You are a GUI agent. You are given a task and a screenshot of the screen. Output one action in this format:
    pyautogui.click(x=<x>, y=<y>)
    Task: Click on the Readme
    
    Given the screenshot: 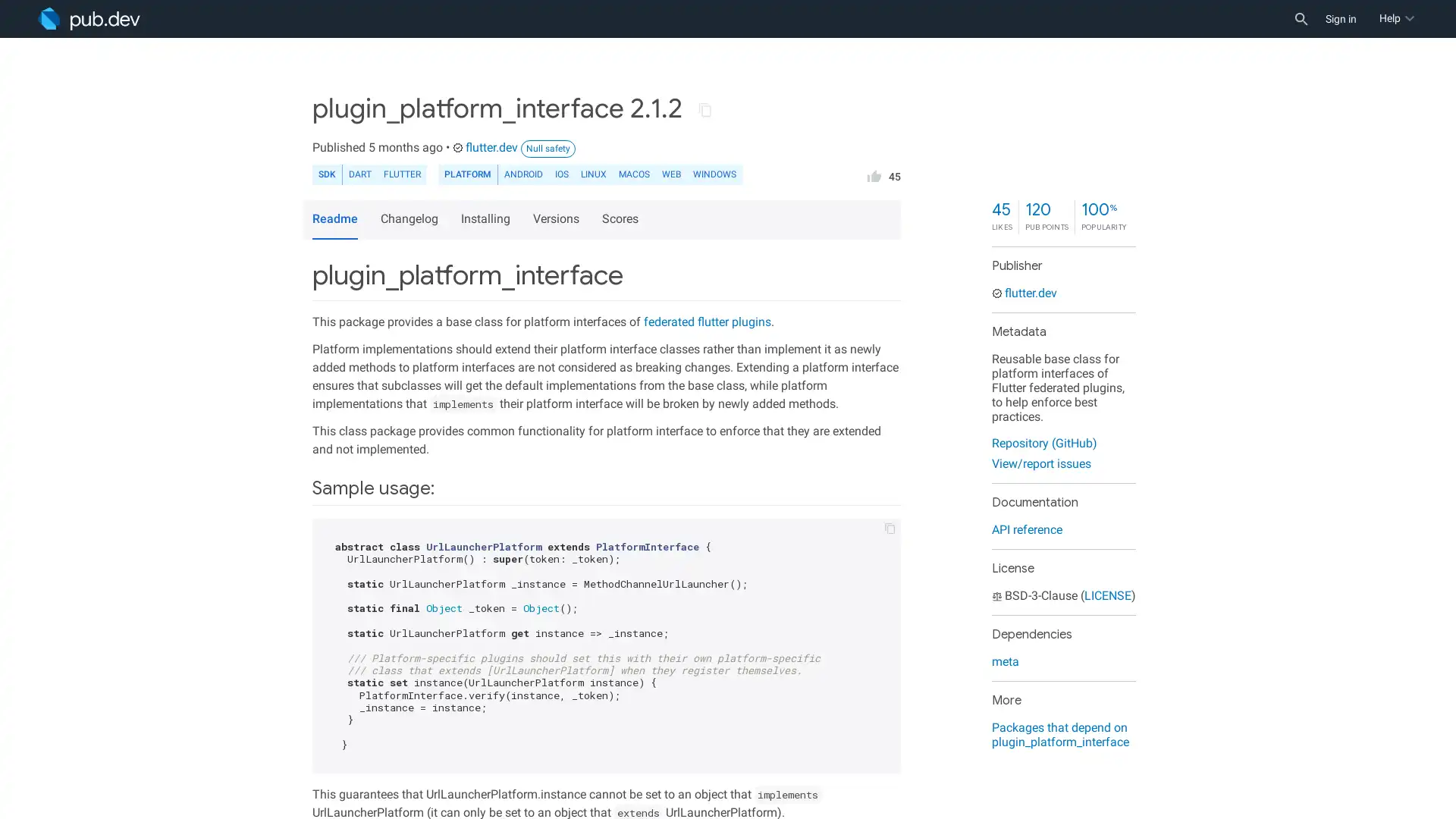 What is the action you would take?
    pyautogui.click(x=334, y=219)
    